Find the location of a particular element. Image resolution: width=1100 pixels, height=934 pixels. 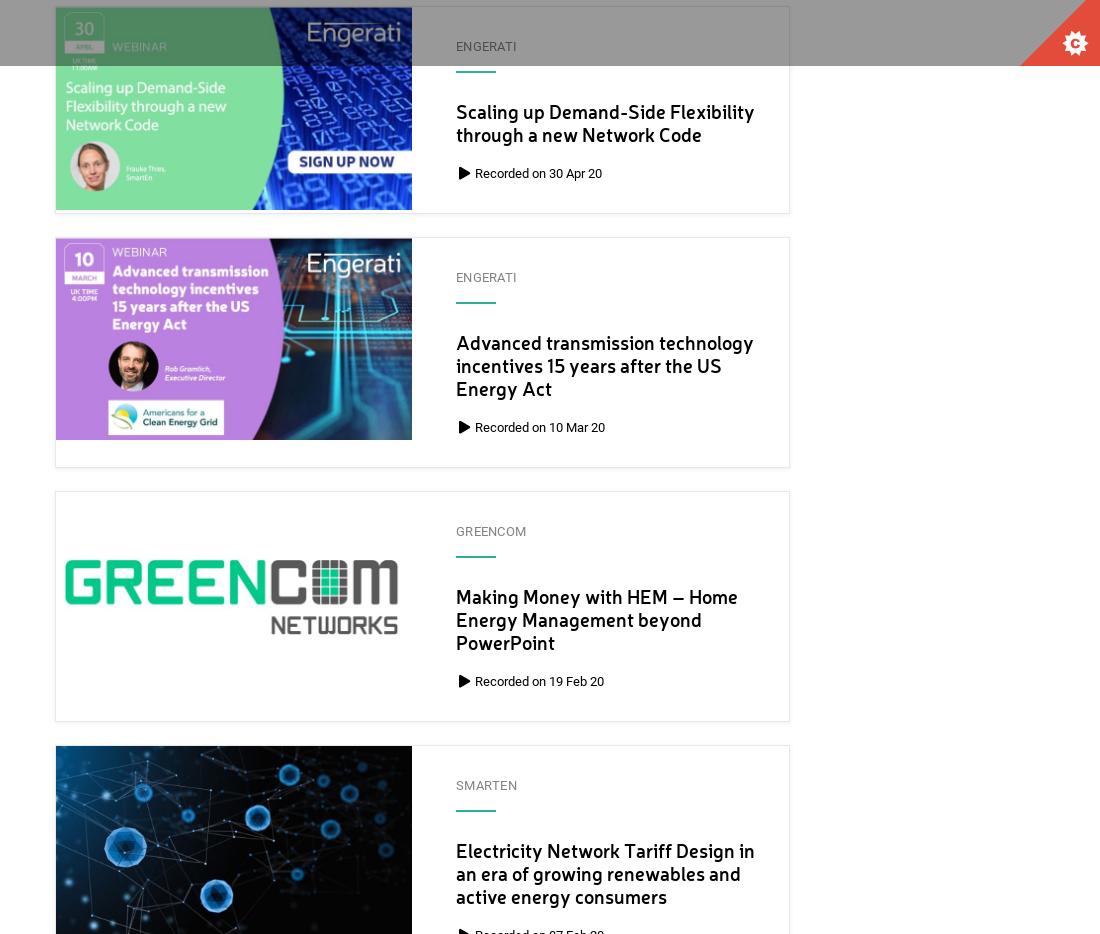

'Recorded on 10 Mar 20' is located at coordinates (471, 427).